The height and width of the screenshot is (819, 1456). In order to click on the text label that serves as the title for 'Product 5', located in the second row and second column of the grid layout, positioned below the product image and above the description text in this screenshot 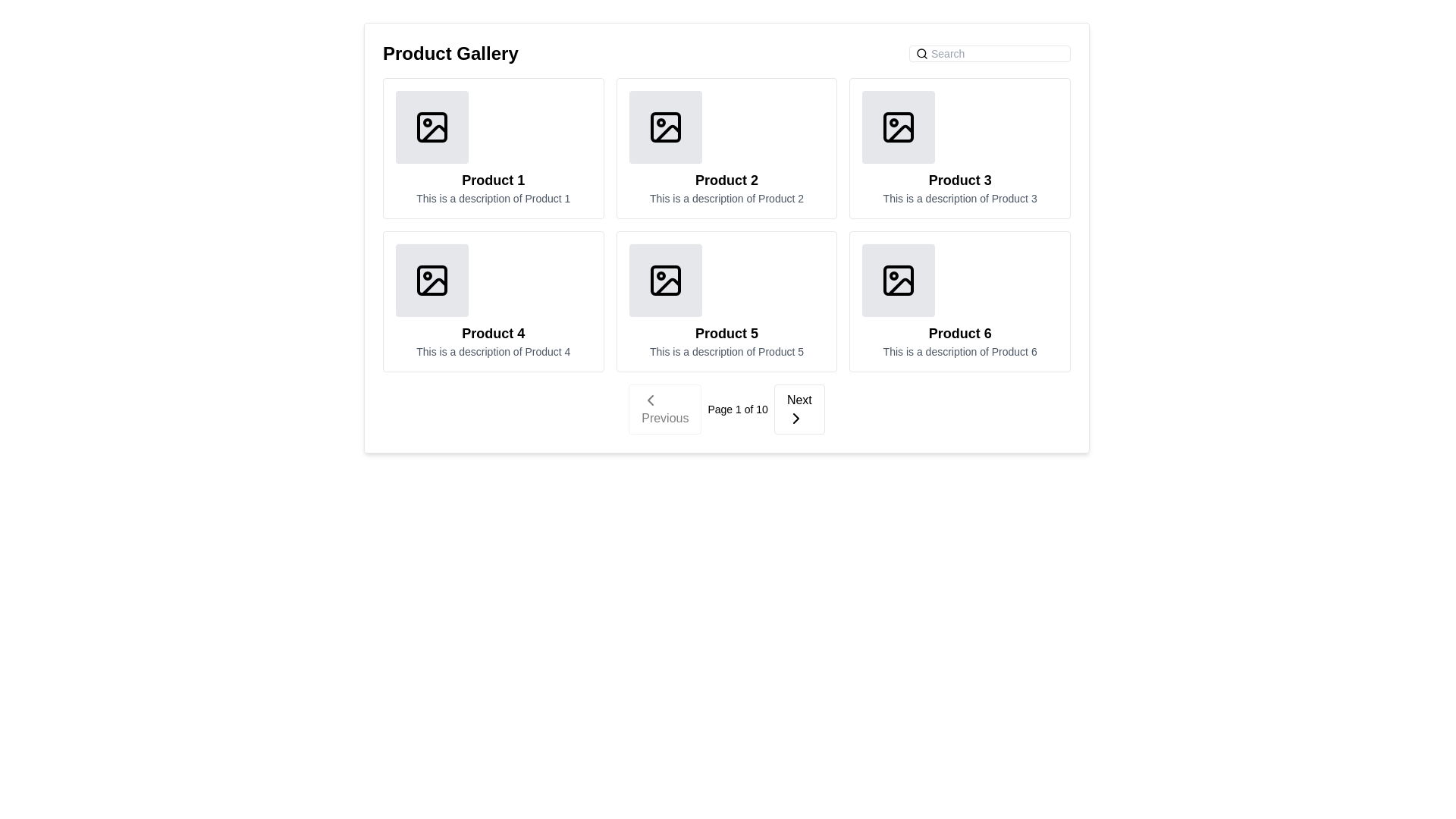, I will do `click(726, 332)`.